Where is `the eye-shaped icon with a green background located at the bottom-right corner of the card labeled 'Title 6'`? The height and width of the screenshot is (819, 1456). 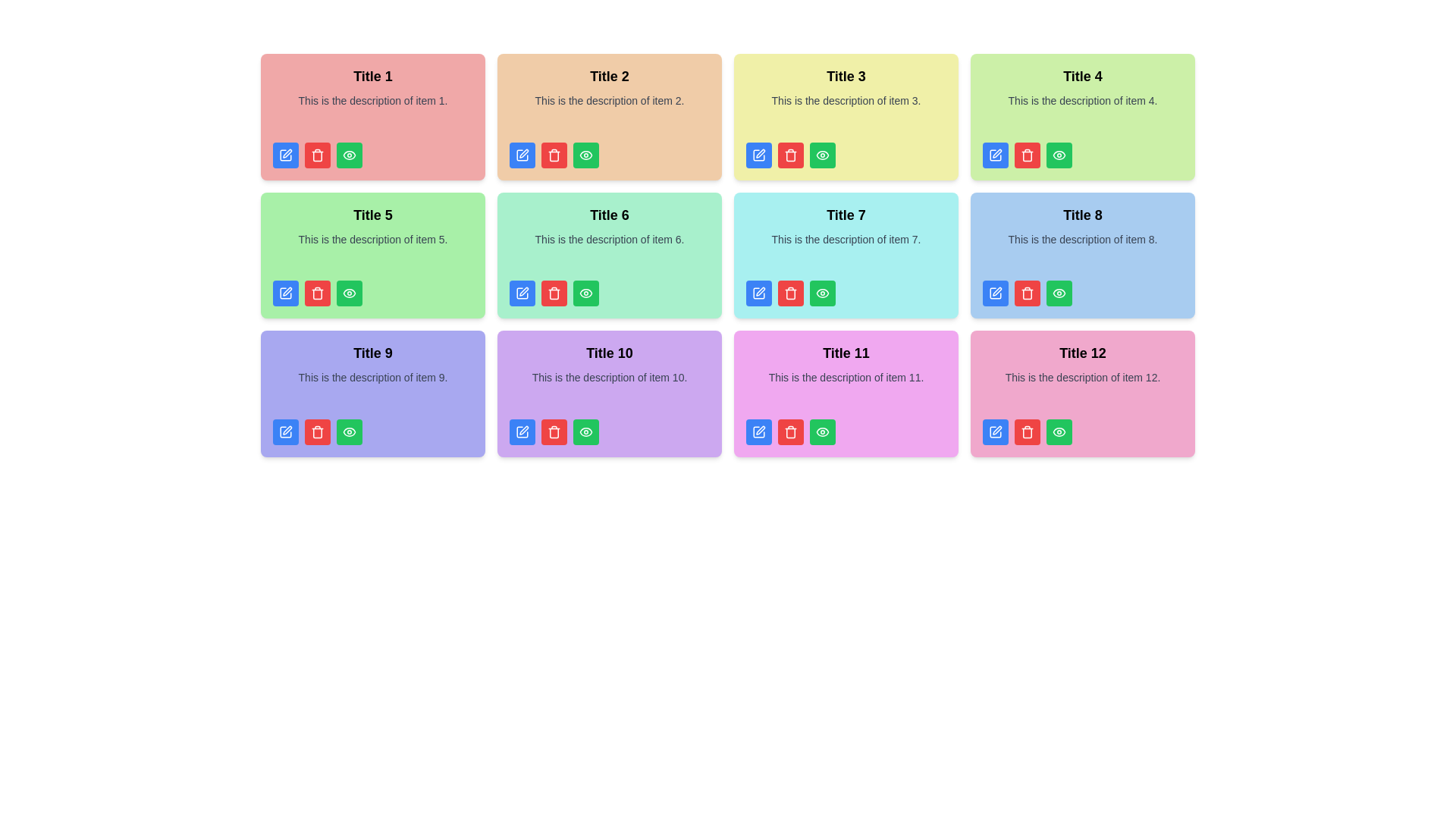 the eye-shaped icon with a green background located at the bottom-right corner of the card labeled 'Title 6' is located at coordinates (585, 293).